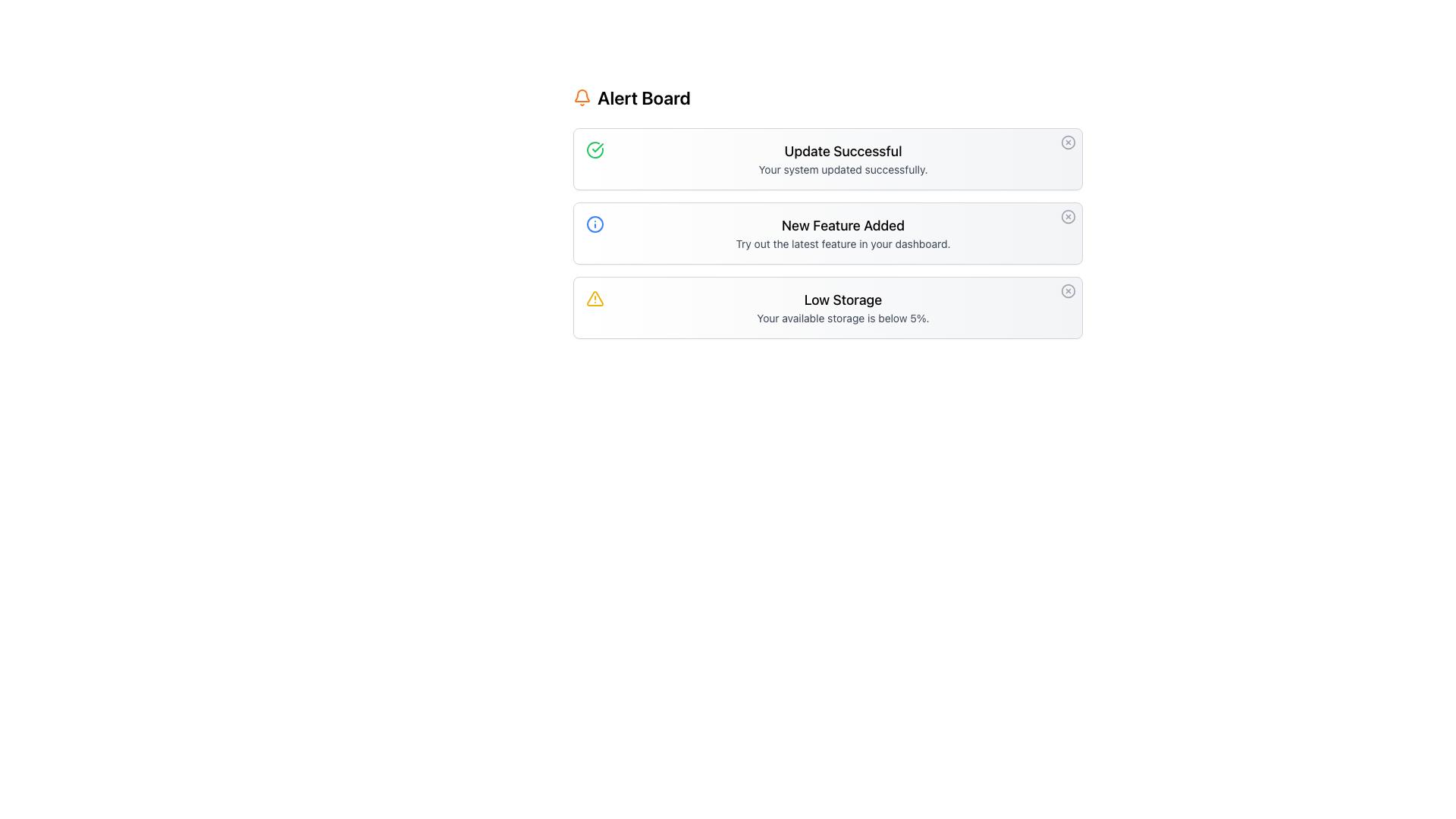 Image resolution: width=1456 pixels, height=819 pixels. I want to click on notification text labeled 'Update Successful', which is a bold and prominently styled text element located in the top section of the notification area, so click(843, 152).